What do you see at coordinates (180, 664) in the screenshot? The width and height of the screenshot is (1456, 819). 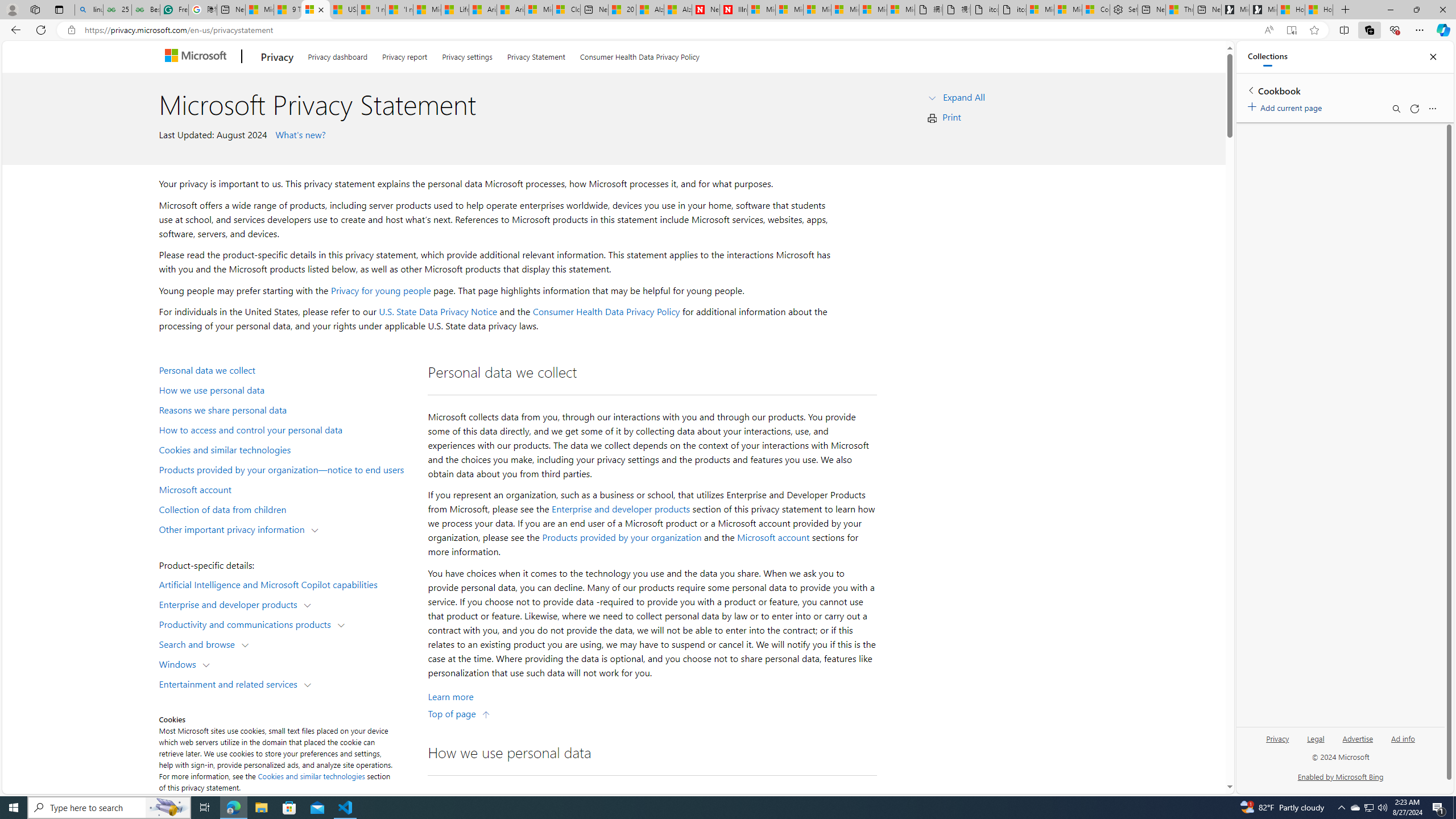 I see `'Windows'` at bounding box center [180, 664].